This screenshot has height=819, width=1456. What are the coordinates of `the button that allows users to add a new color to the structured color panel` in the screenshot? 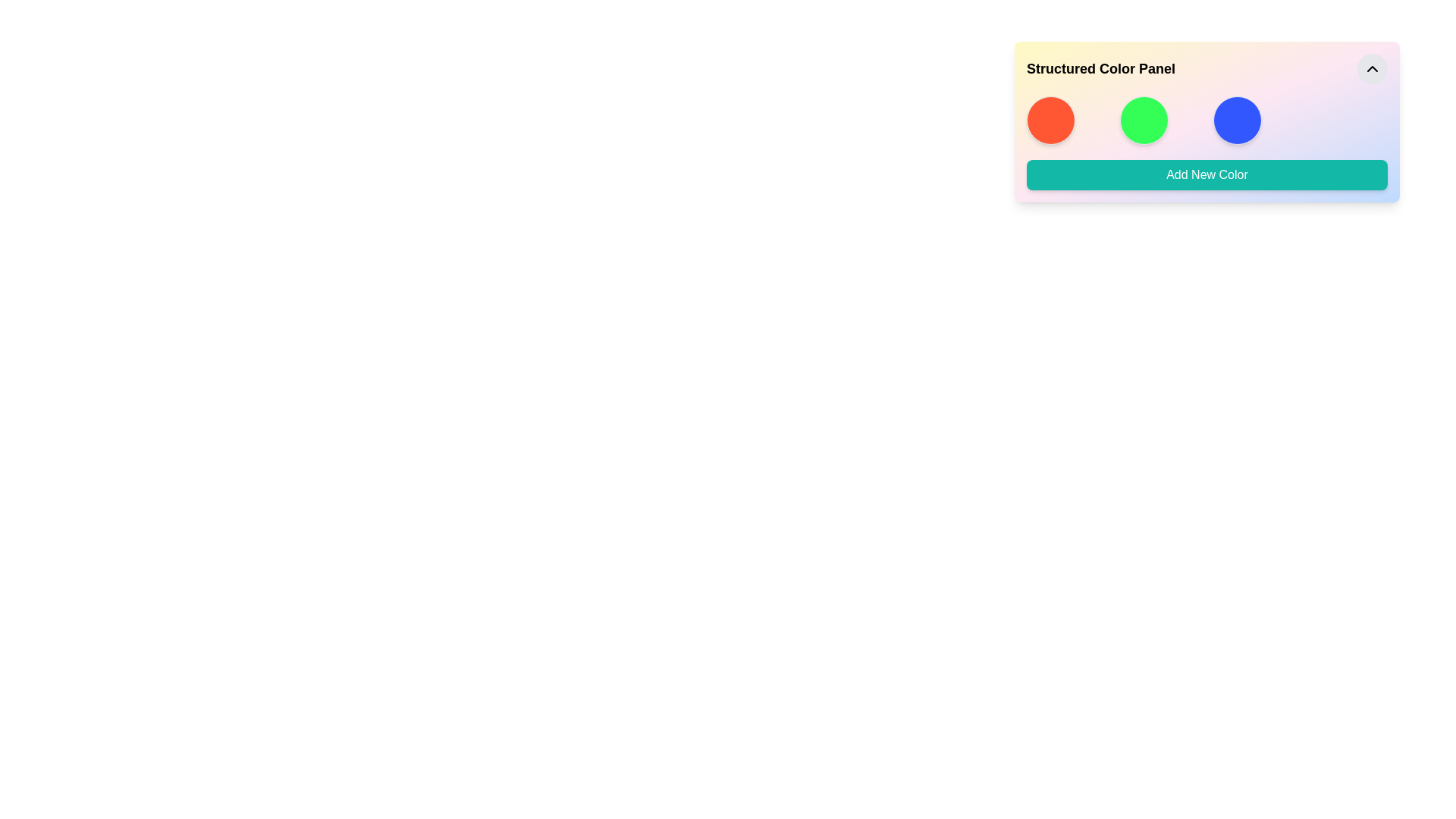 It's located at (1207, 174).